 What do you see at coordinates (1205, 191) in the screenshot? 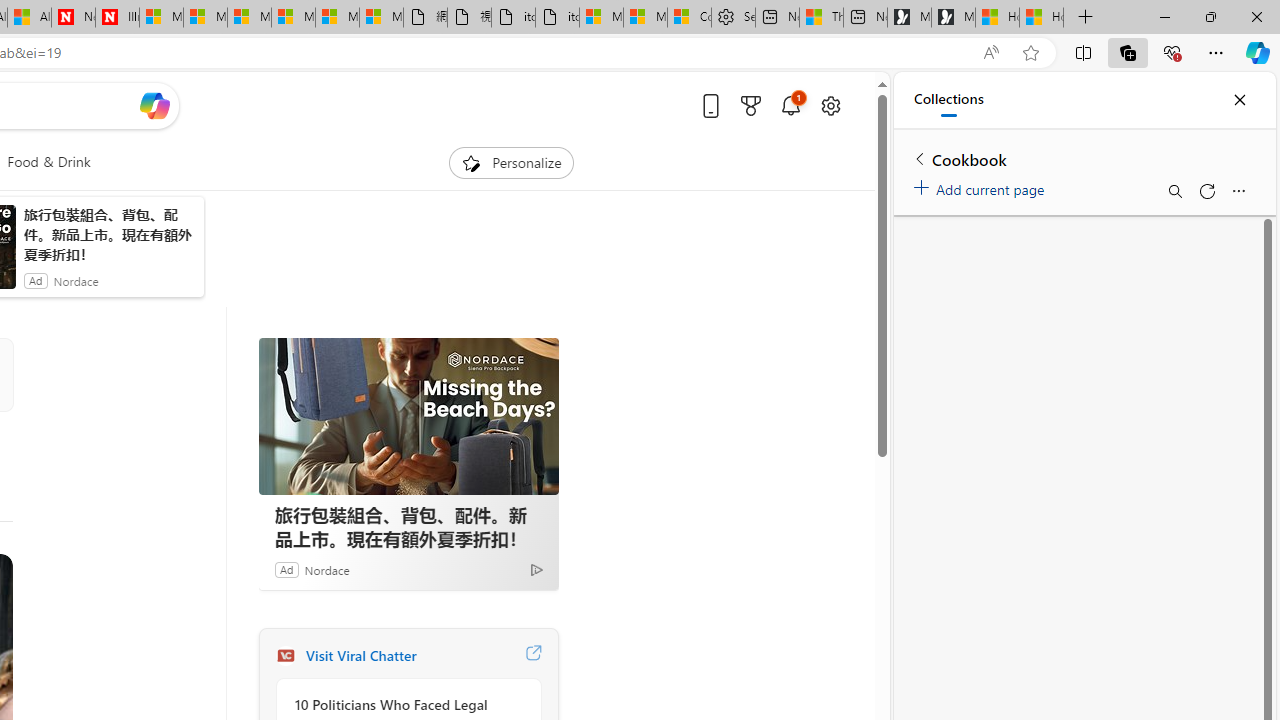
I see `'Refresh'` at bounding box center [1205, 191].